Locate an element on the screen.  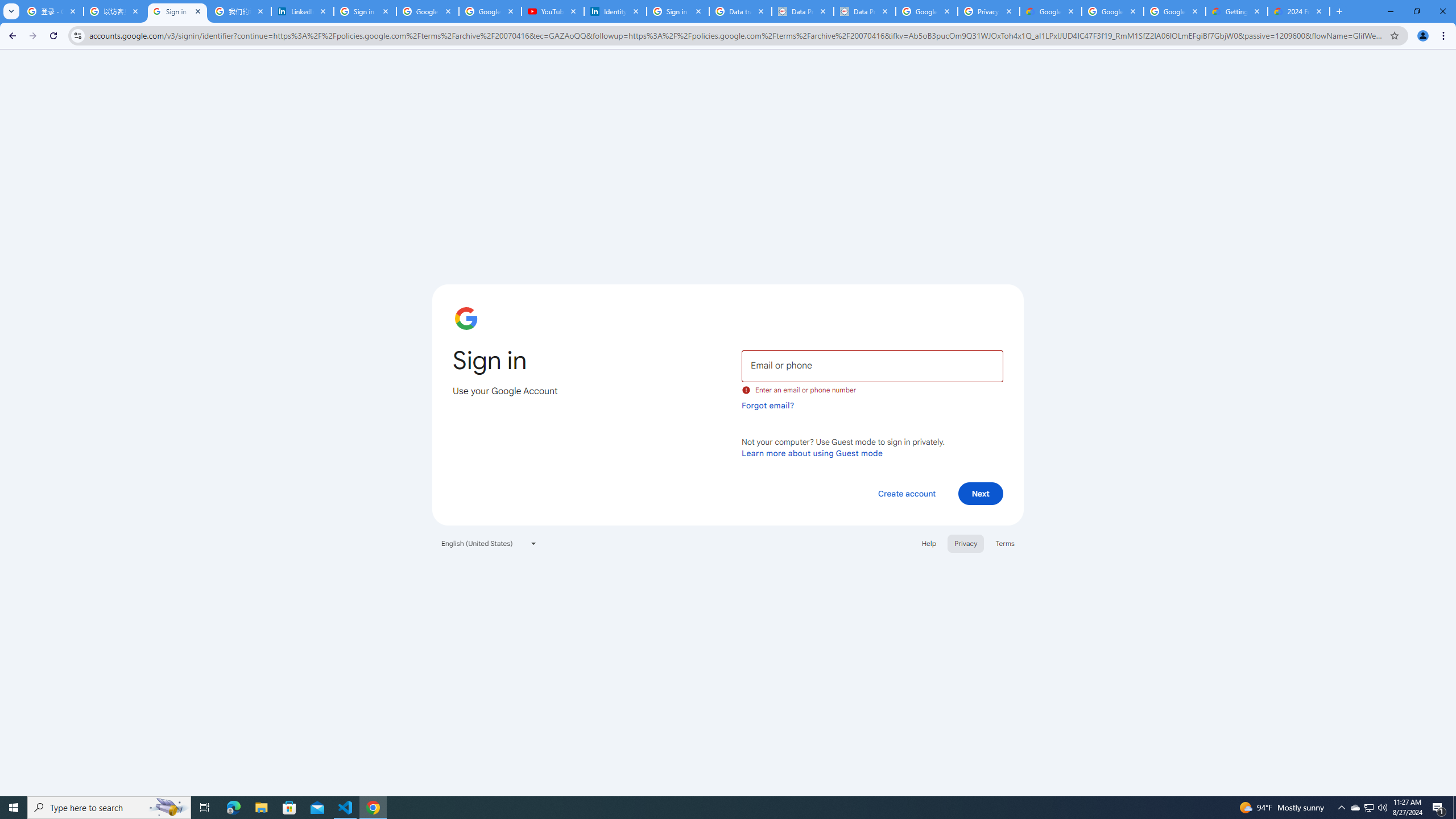
'Learn more about using Guest mode' is located at coordinates (812, 453).